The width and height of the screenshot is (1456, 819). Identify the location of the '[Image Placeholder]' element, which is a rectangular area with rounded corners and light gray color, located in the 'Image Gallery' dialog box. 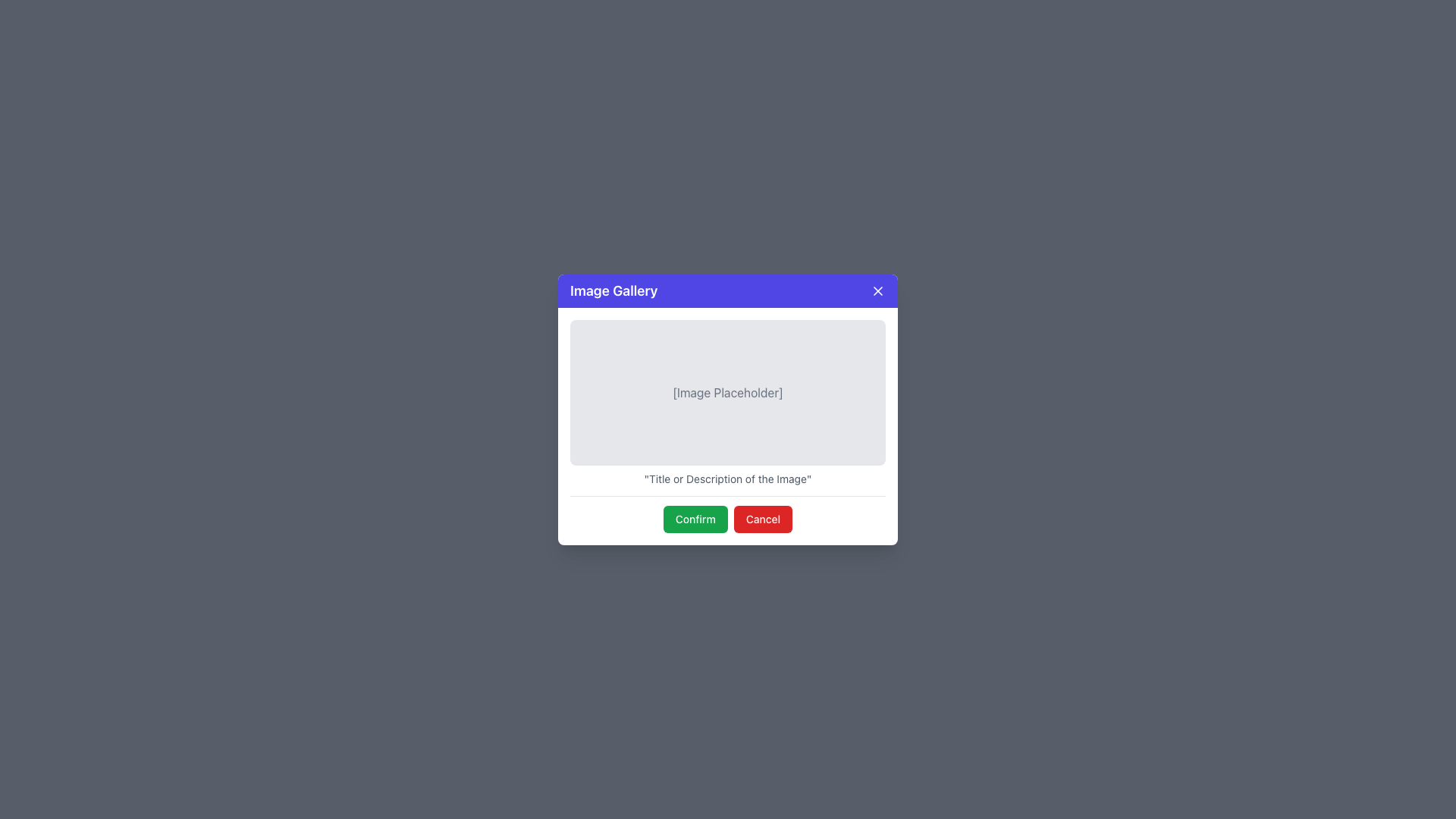
(728, 391).